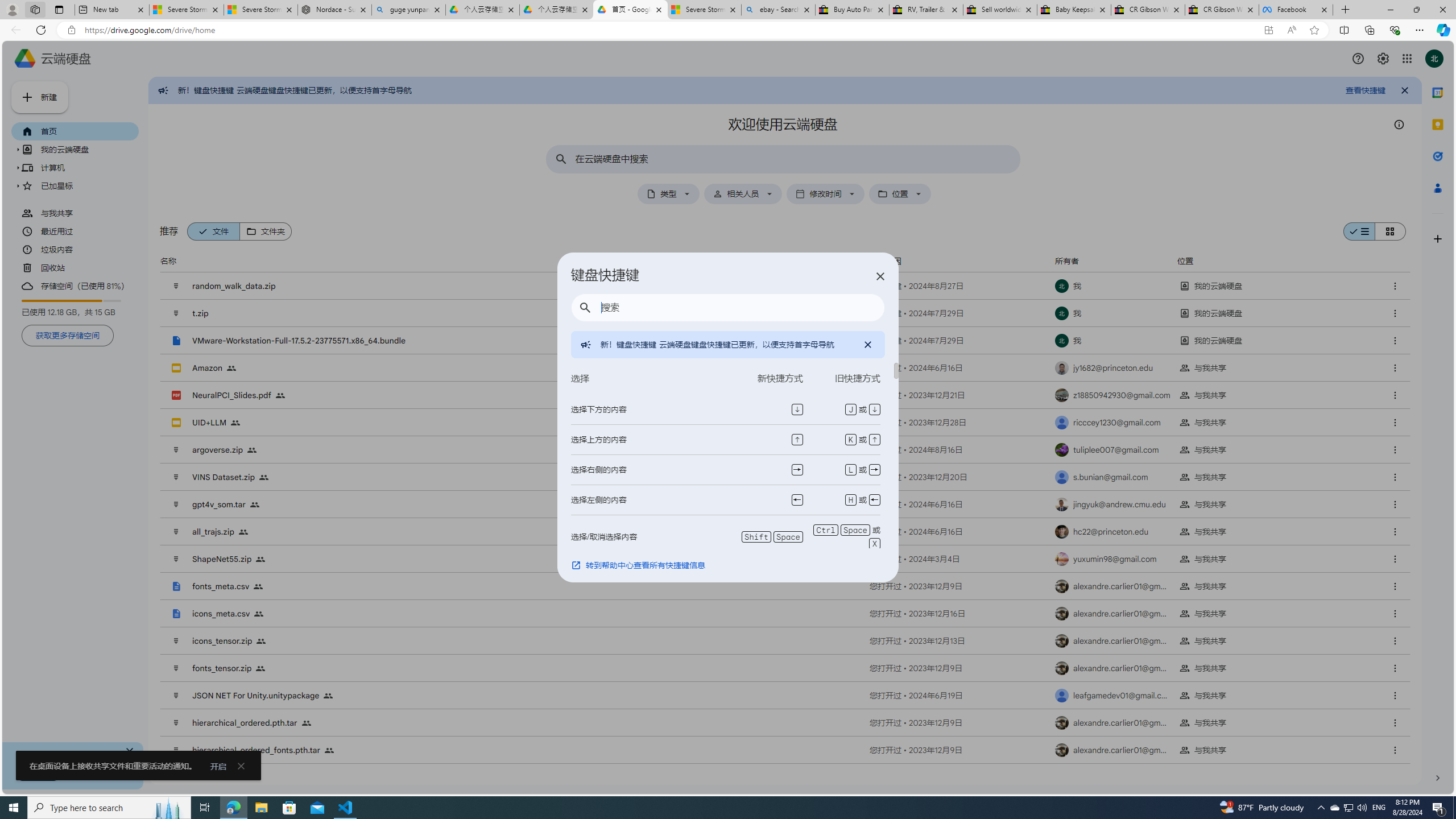  Describe the element at coordinates (1296, 9) in the screenshot. I see `'Facebook'` at that location.